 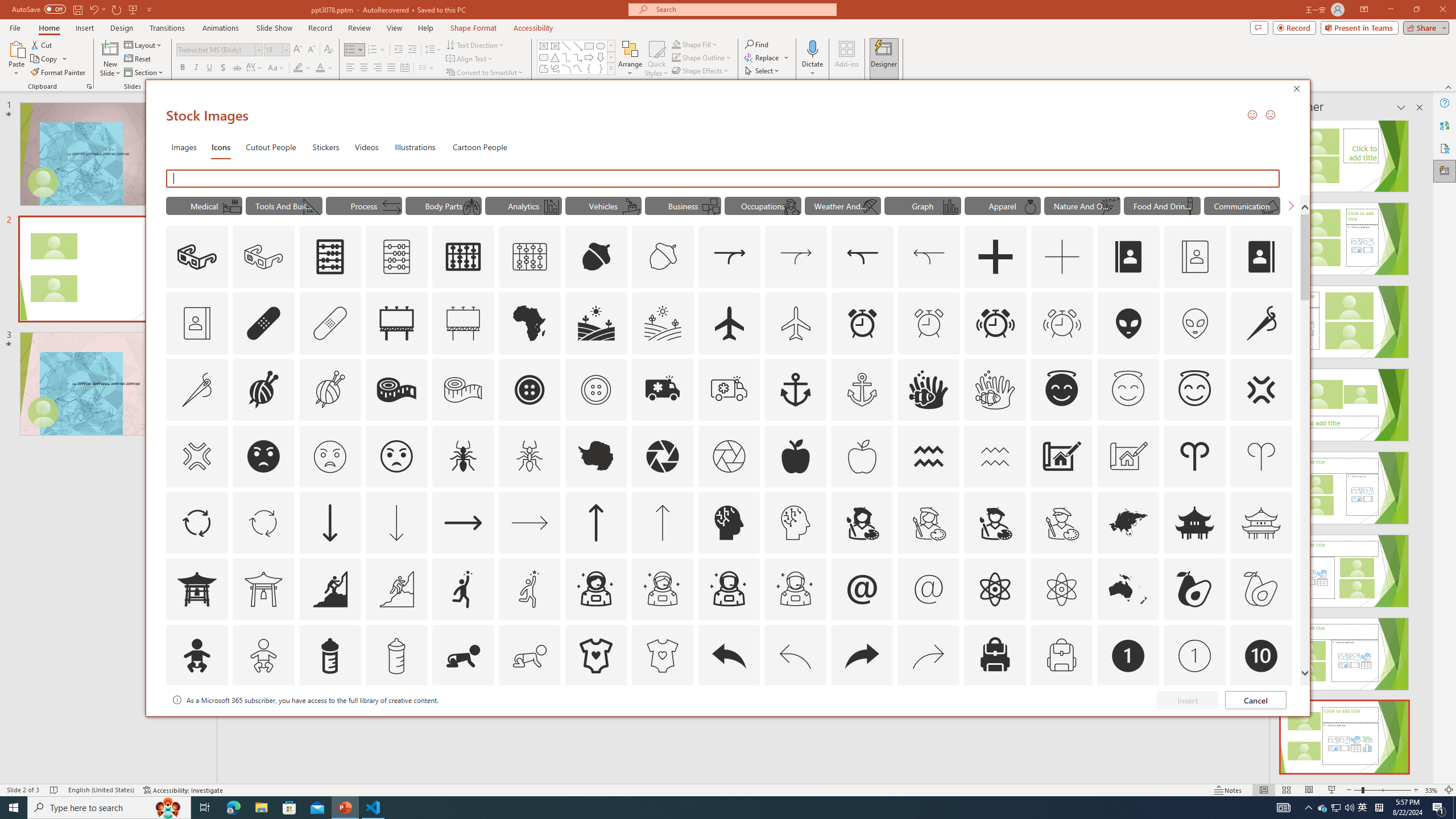 I want to click on 'AutomationID: Icons_AddressBook_LTR_M', so click(x=1194, y=257).